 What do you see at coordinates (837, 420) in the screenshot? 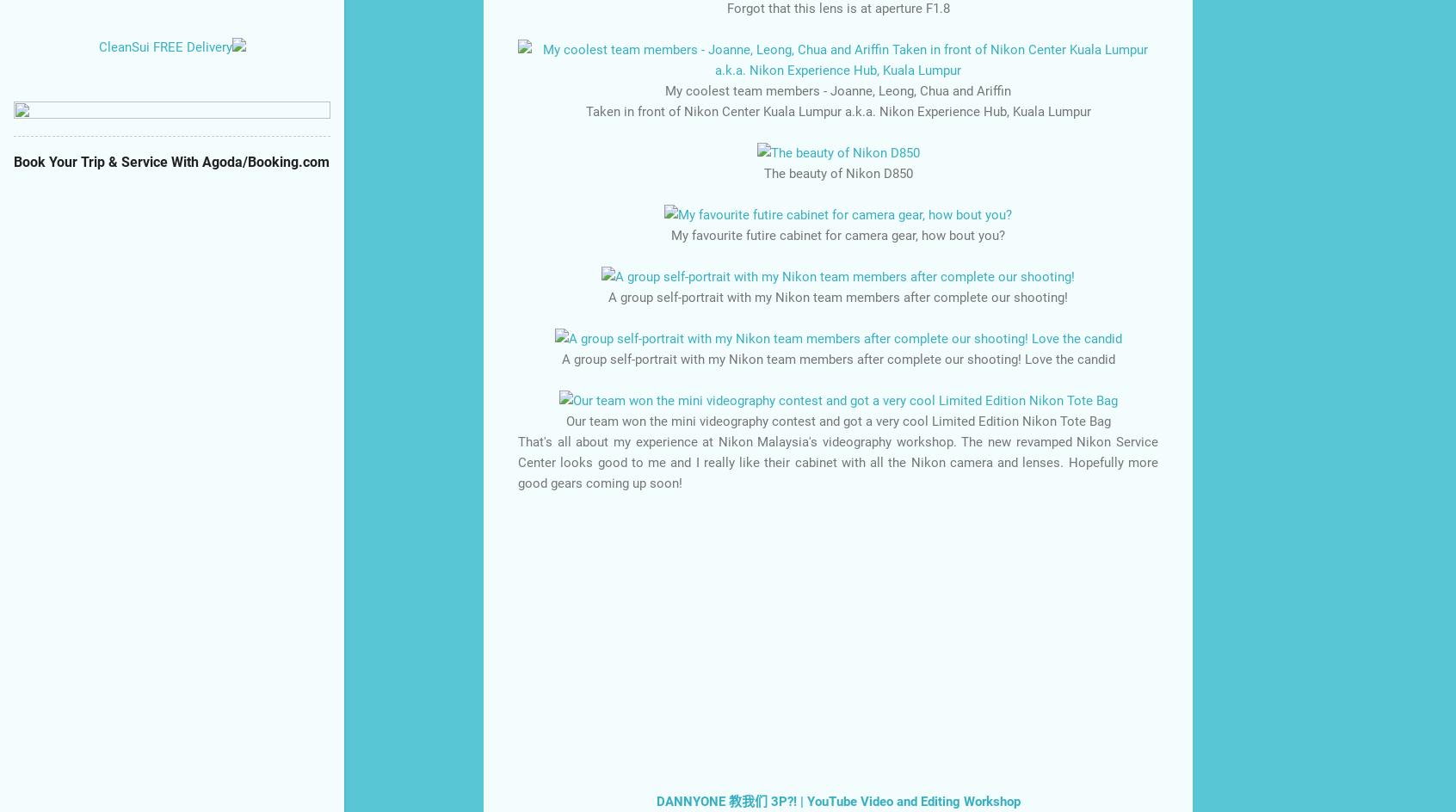
I see `'Our team won the mini videography contest and got a very cool Limited Edition Nikon Tote Bag'` at bounding box center [837, 420].